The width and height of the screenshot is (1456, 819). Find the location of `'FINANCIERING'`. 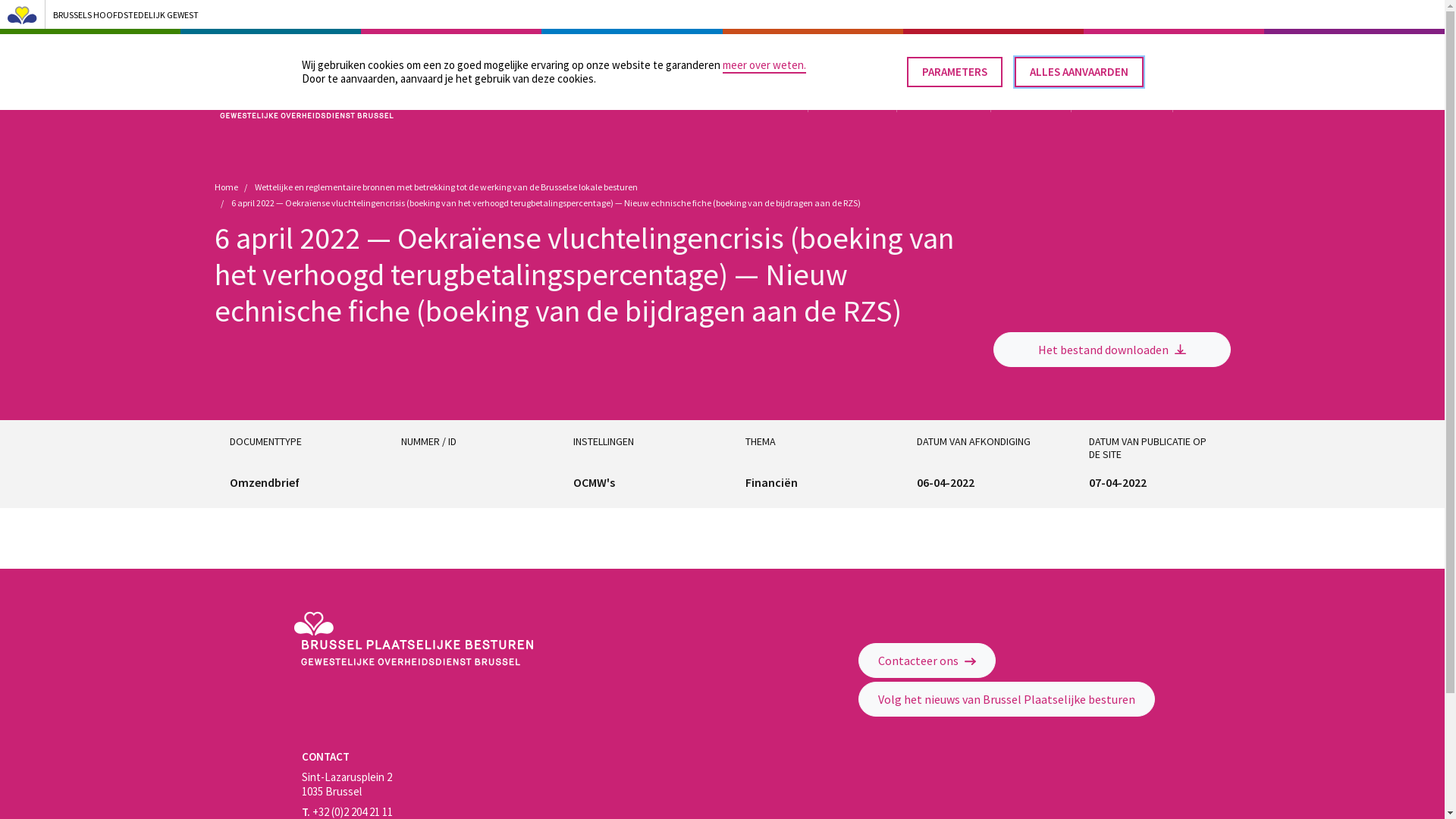

'FINANCIERING' is located at coordinates (942, 99).